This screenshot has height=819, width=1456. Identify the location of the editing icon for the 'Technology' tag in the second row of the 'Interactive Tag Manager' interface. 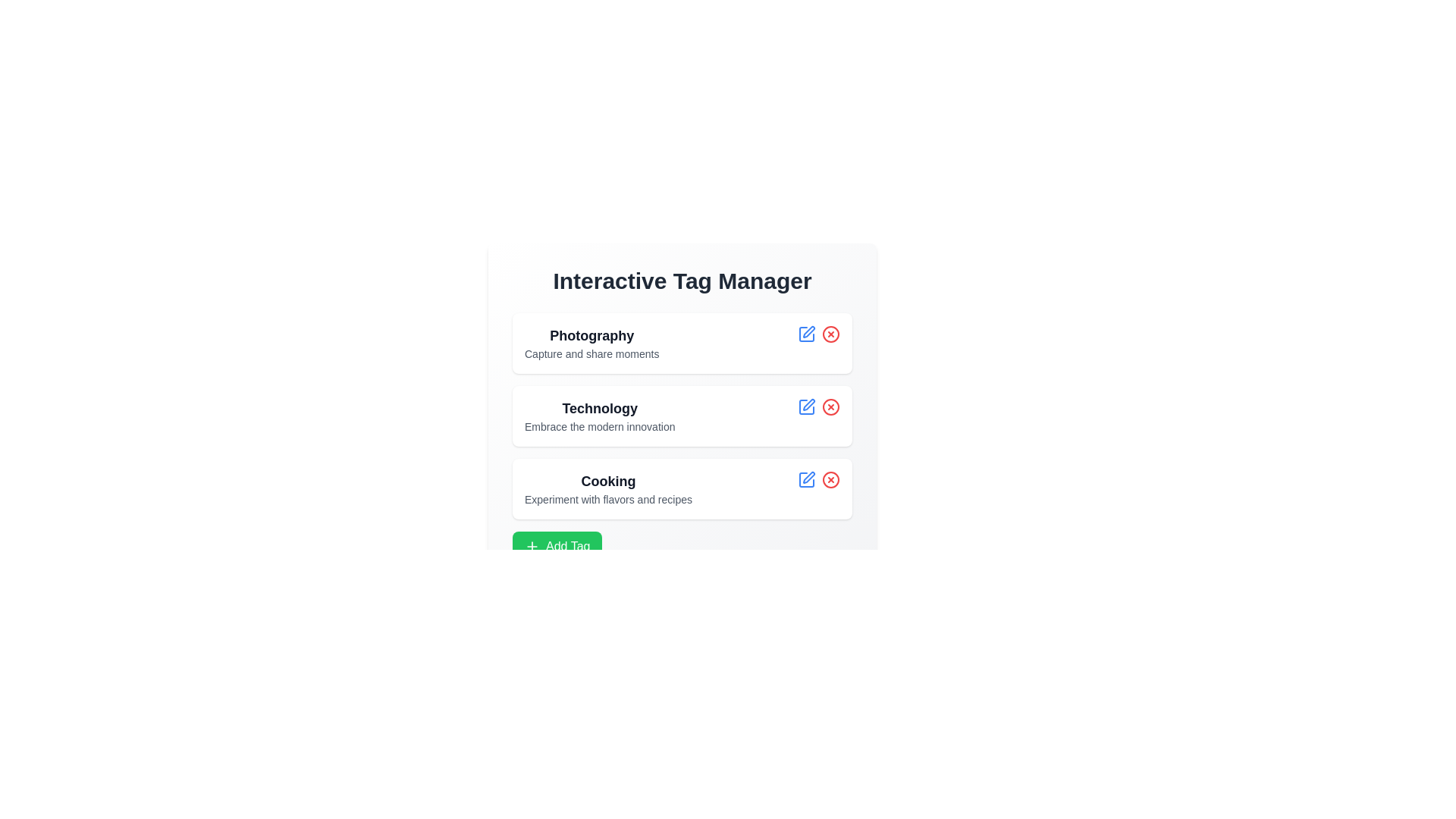
(808, 331).